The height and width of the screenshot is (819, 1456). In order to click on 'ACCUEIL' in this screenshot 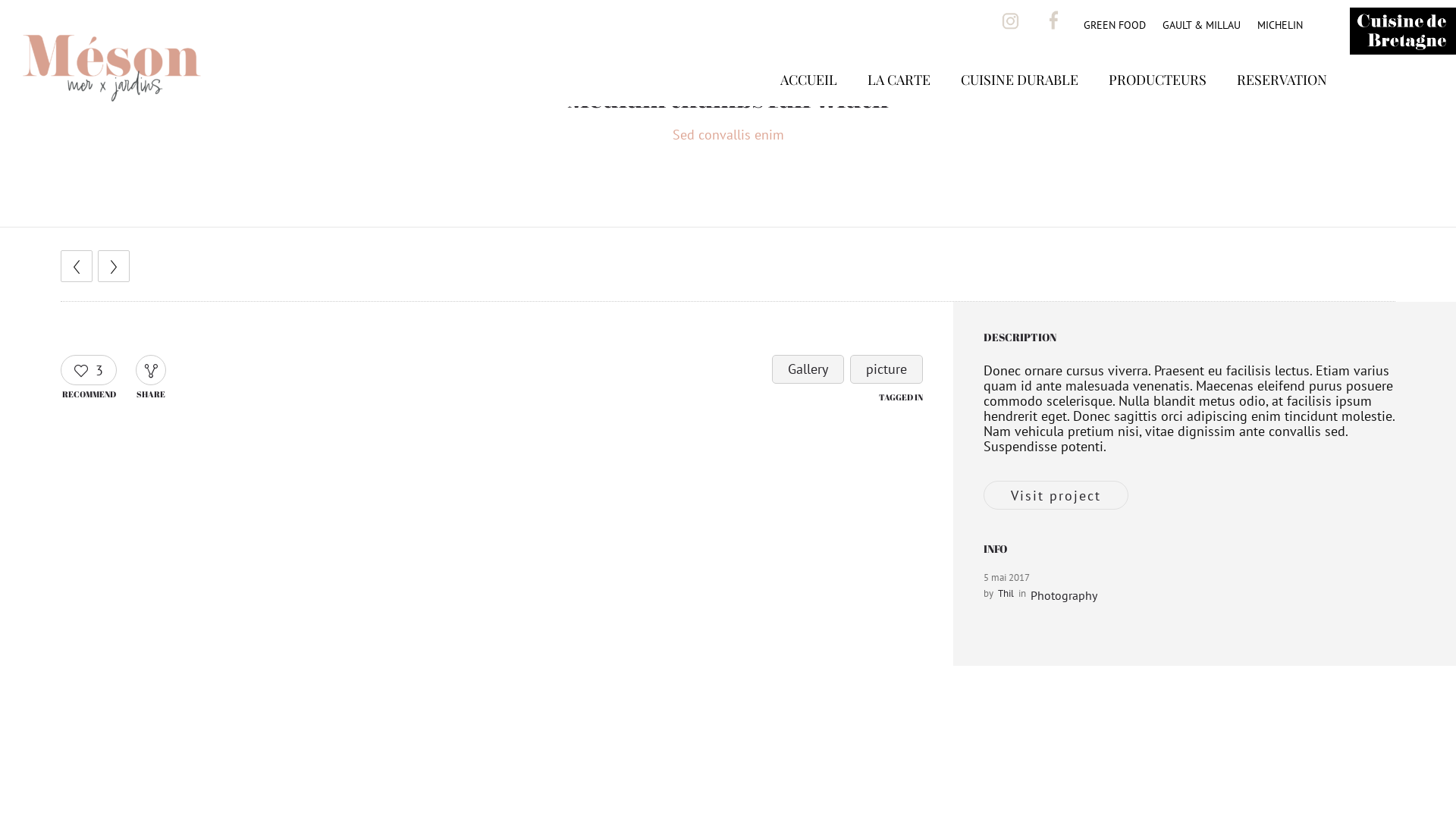, I will do `click(808, 102)`.